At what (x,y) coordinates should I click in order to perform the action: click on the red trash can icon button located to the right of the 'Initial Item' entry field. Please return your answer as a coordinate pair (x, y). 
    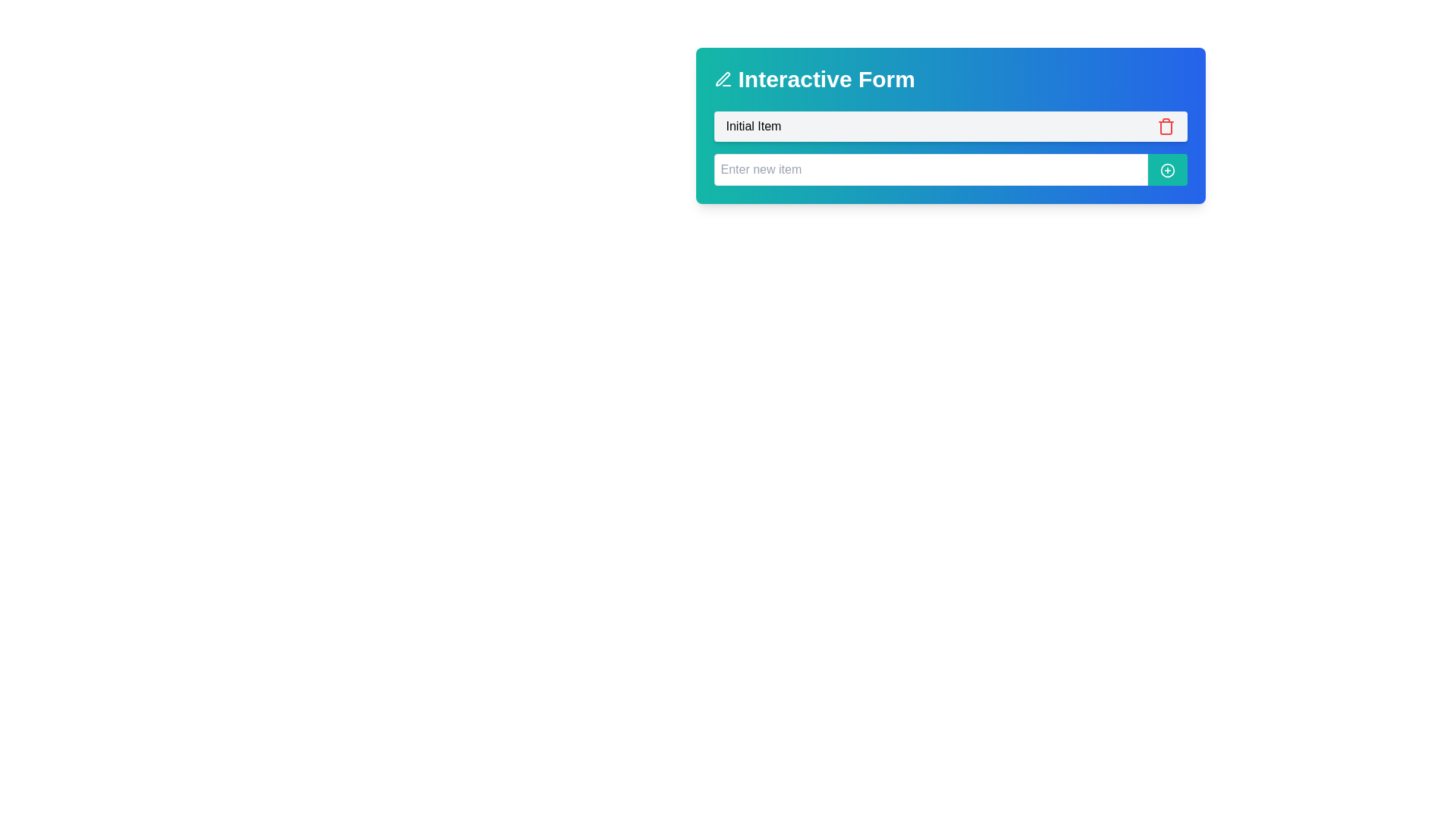
    Looking at the image, I should click on (1165, 125).